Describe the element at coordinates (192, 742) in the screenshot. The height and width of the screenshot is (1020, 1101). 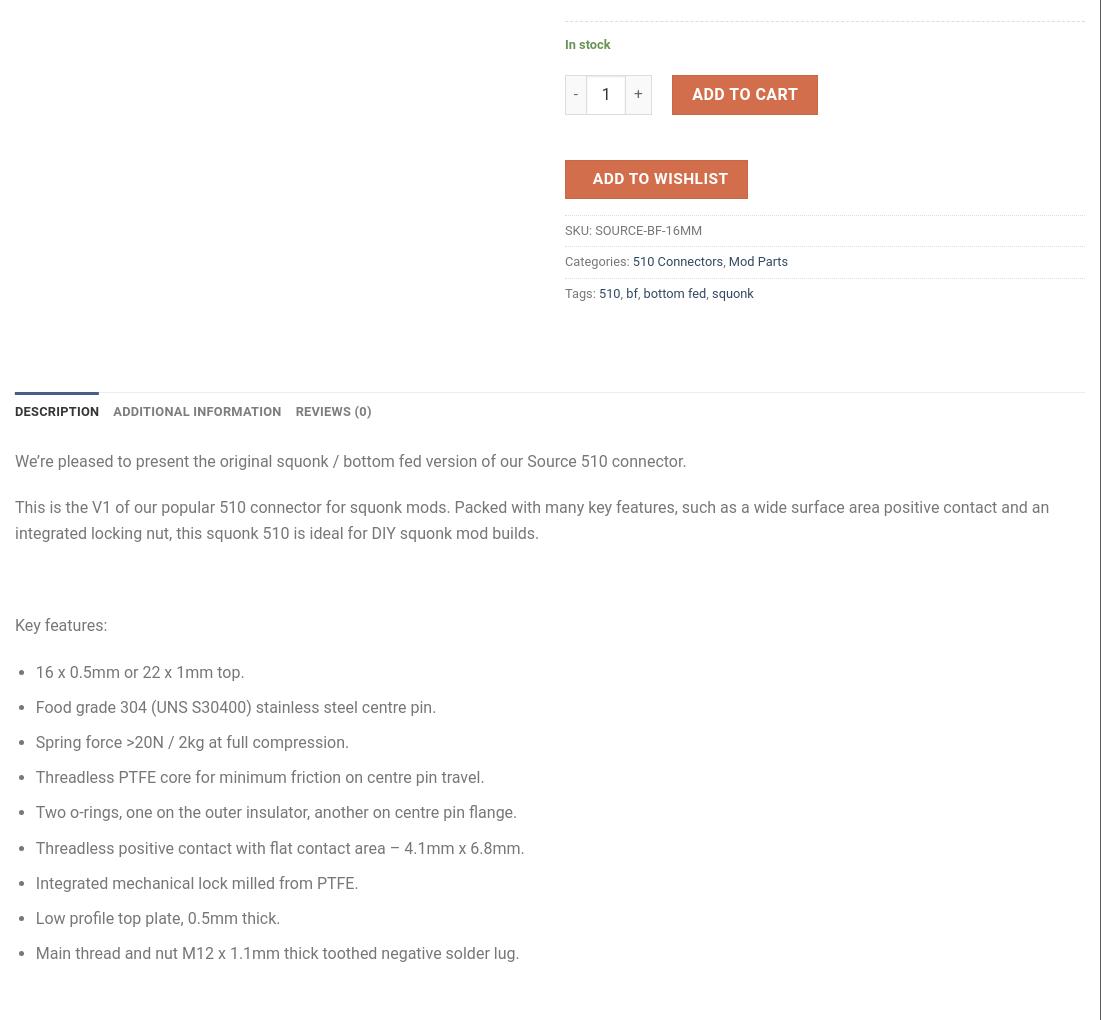
I see `'Spring force >20N / 2kg at full compression.'` at that location.